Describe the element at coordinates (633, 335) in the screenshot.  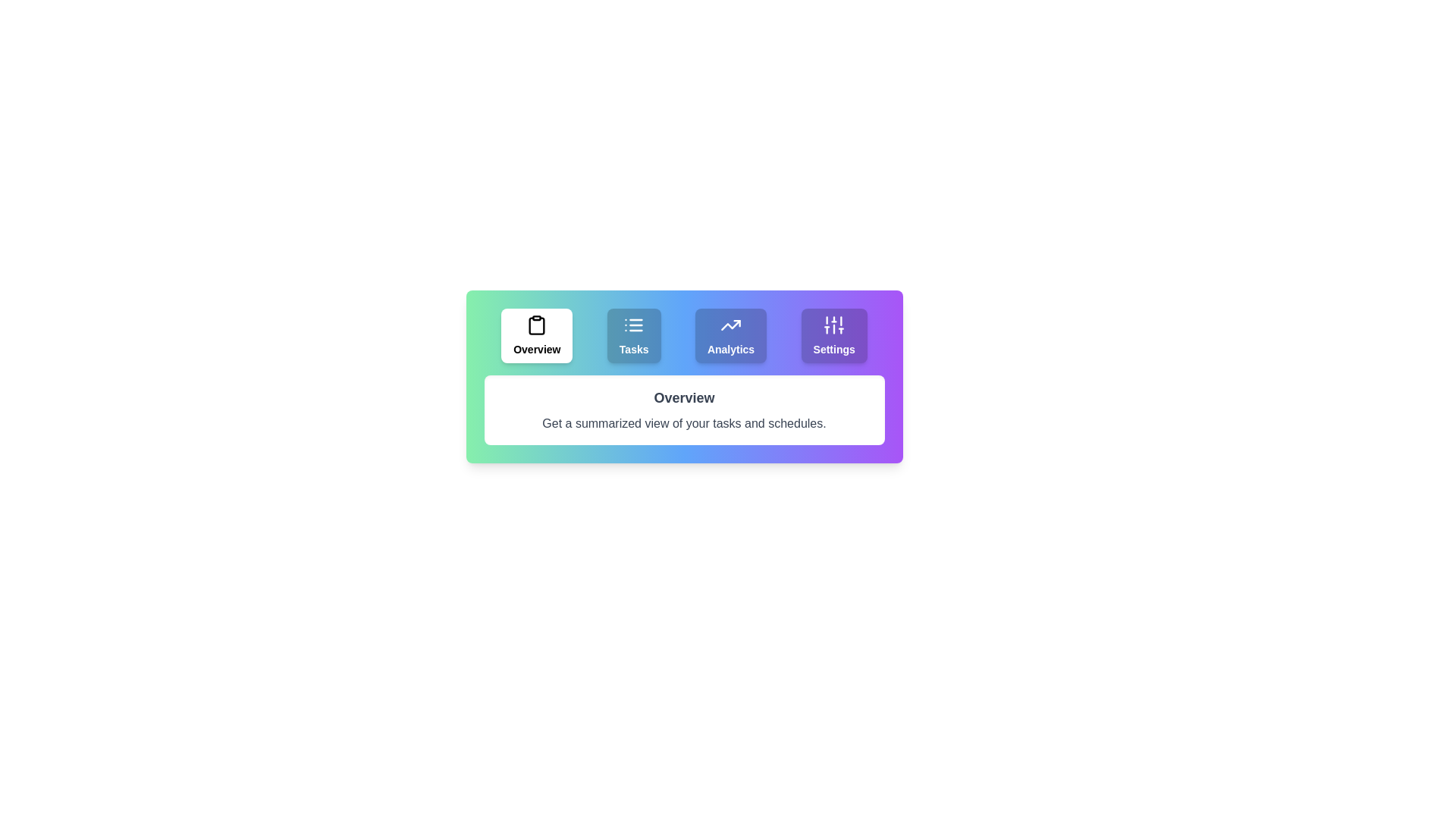
I see `the Tasks tab to view its content` at that location.